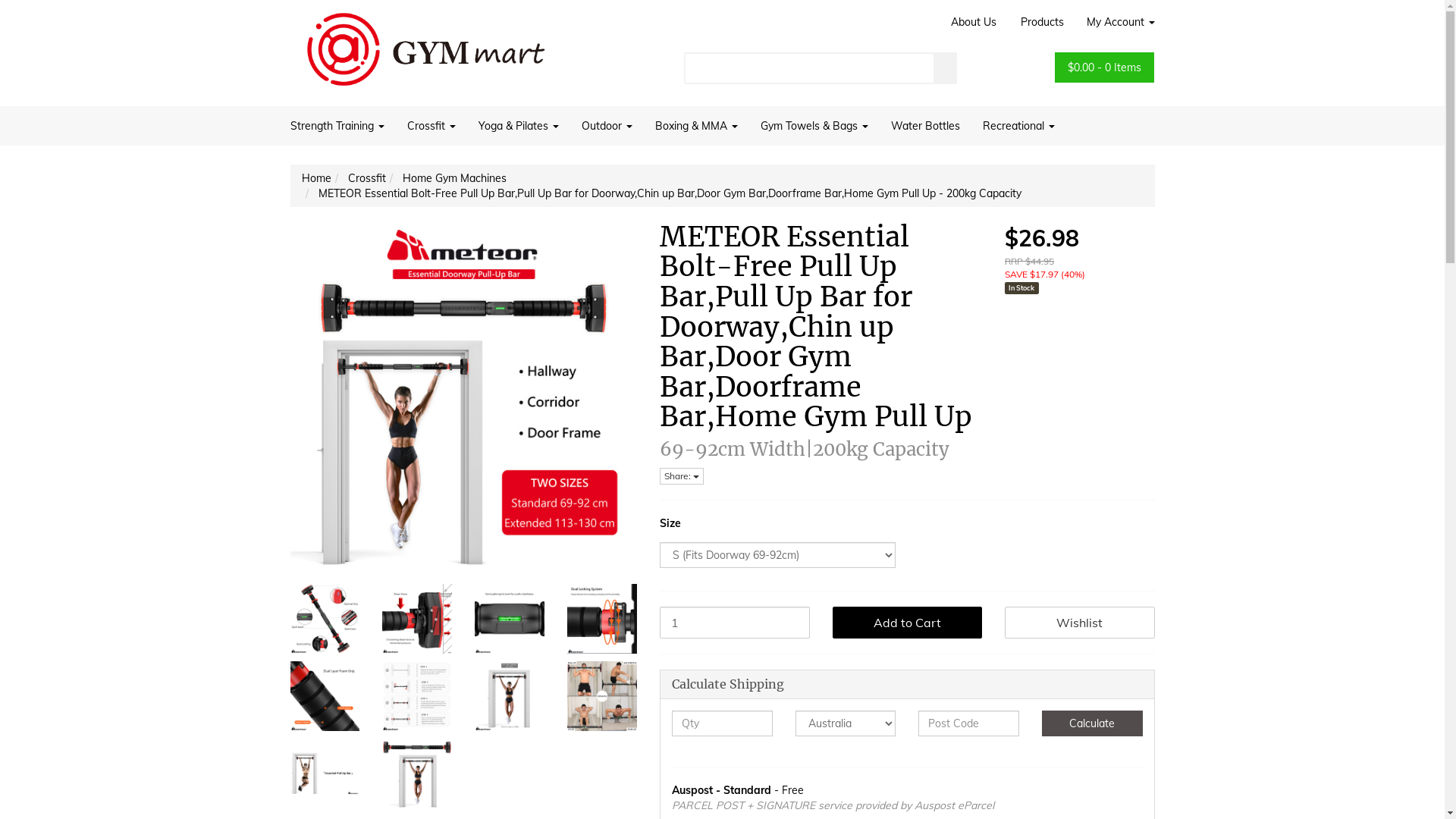  What do you see at coordinates (566, 696) in the screenshot?
I see `'Large View'` at bounding box center [566, 696].